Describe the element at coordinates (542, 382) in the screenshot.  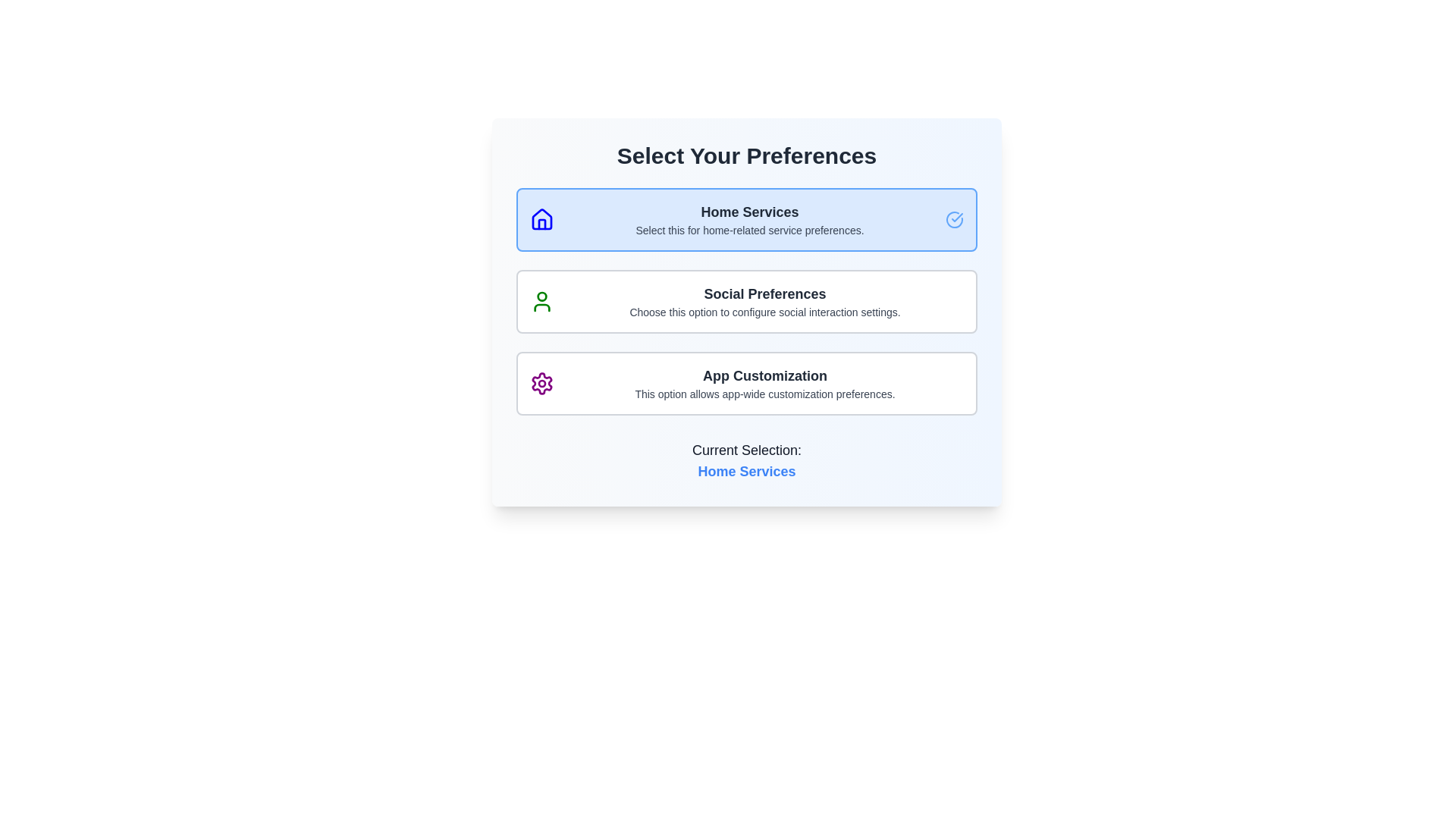
I see `the settings icon, which is gear-shaped and located at the bottom right section of the interface` at that location.